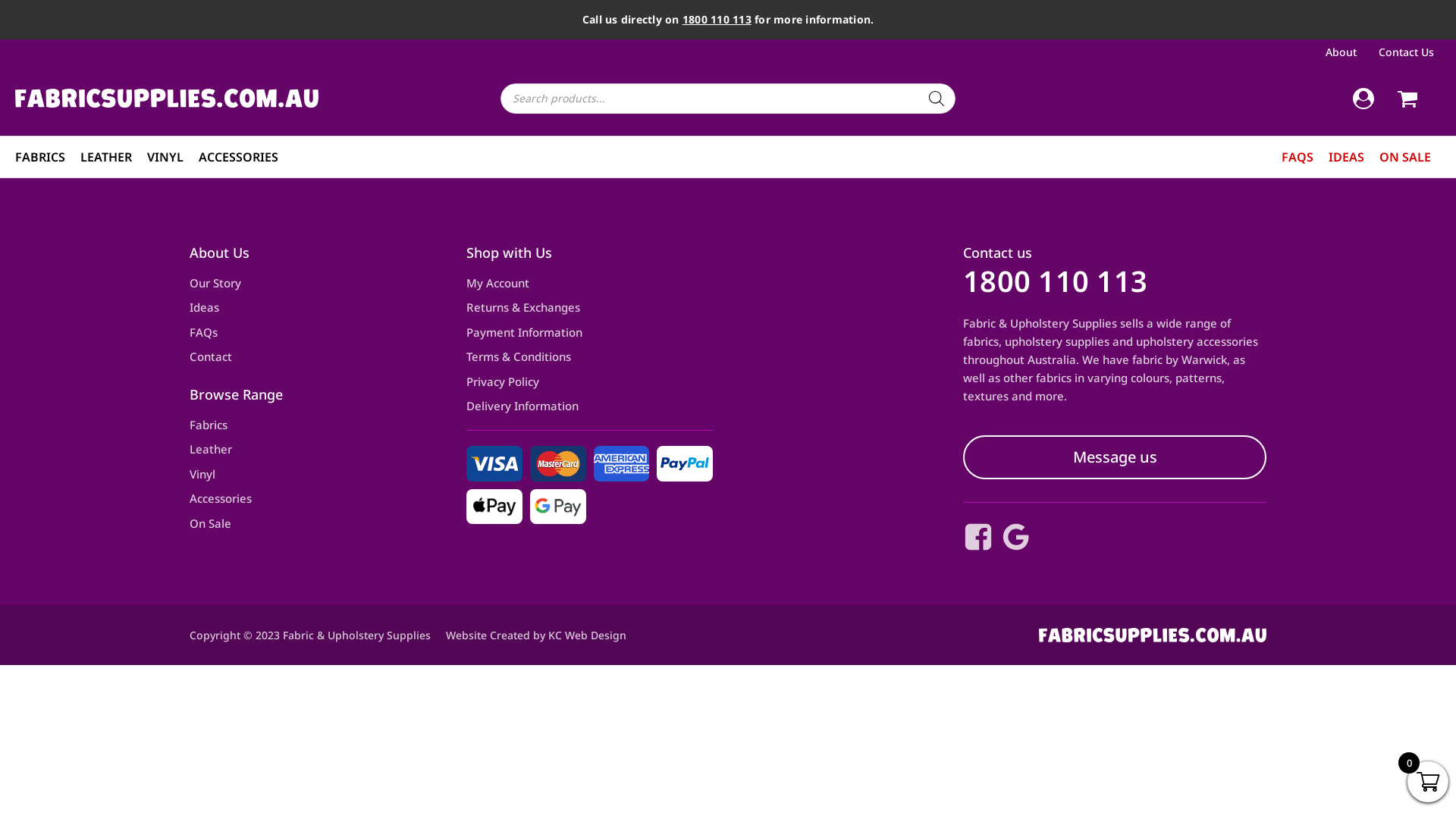 The width and height of the screenshot is (1456, 819). I want to click on 'IDEAS', so click(1346, 157).